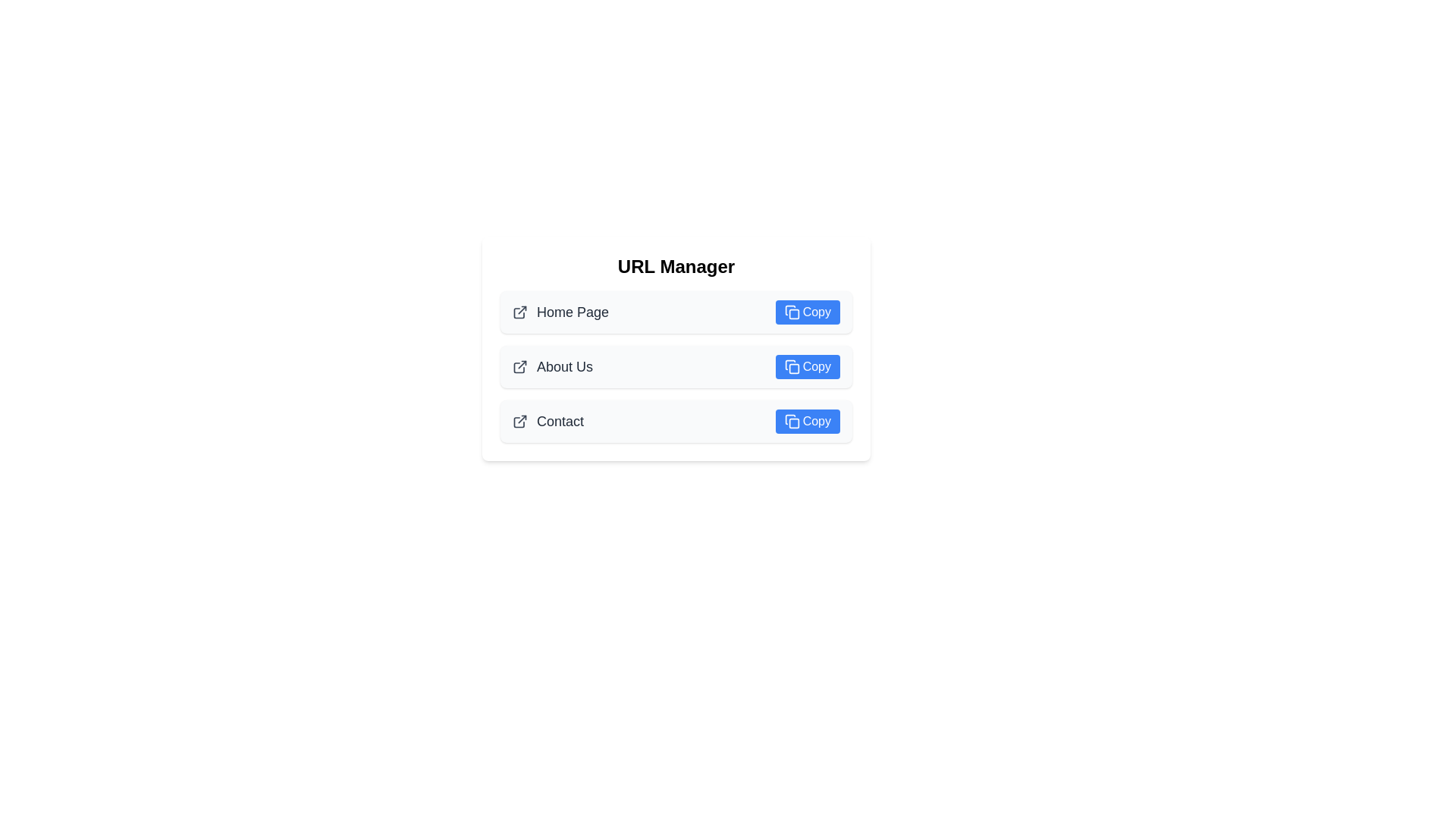  What do you see at coordinates (520, 312) in the screenshot?
I see `the external link icon located to the left of the 'Home Page' text in the first row of the list` at bounding box center [520, 312].